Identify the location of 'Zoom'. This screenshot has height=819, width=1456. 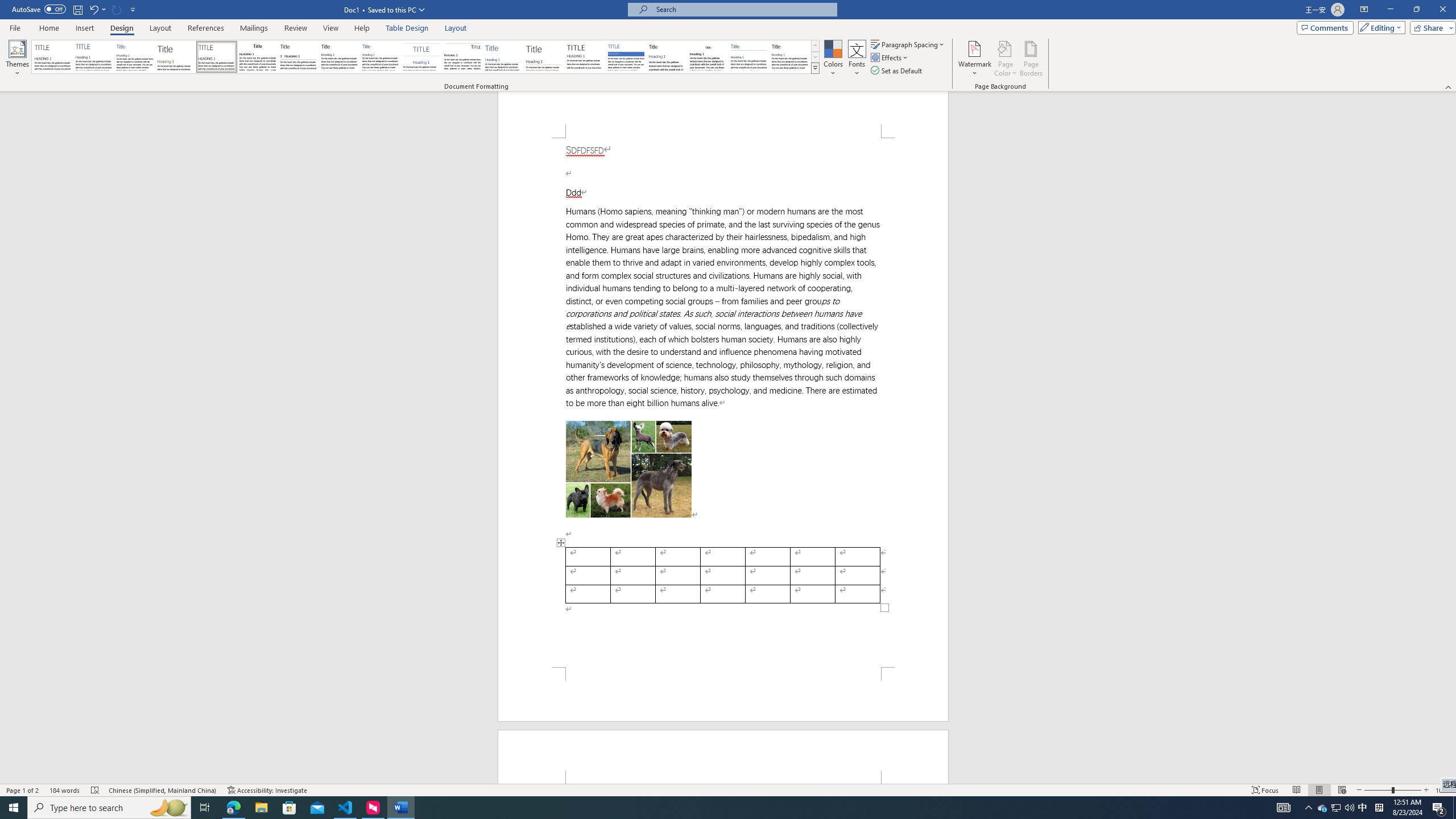
(1392, 790).